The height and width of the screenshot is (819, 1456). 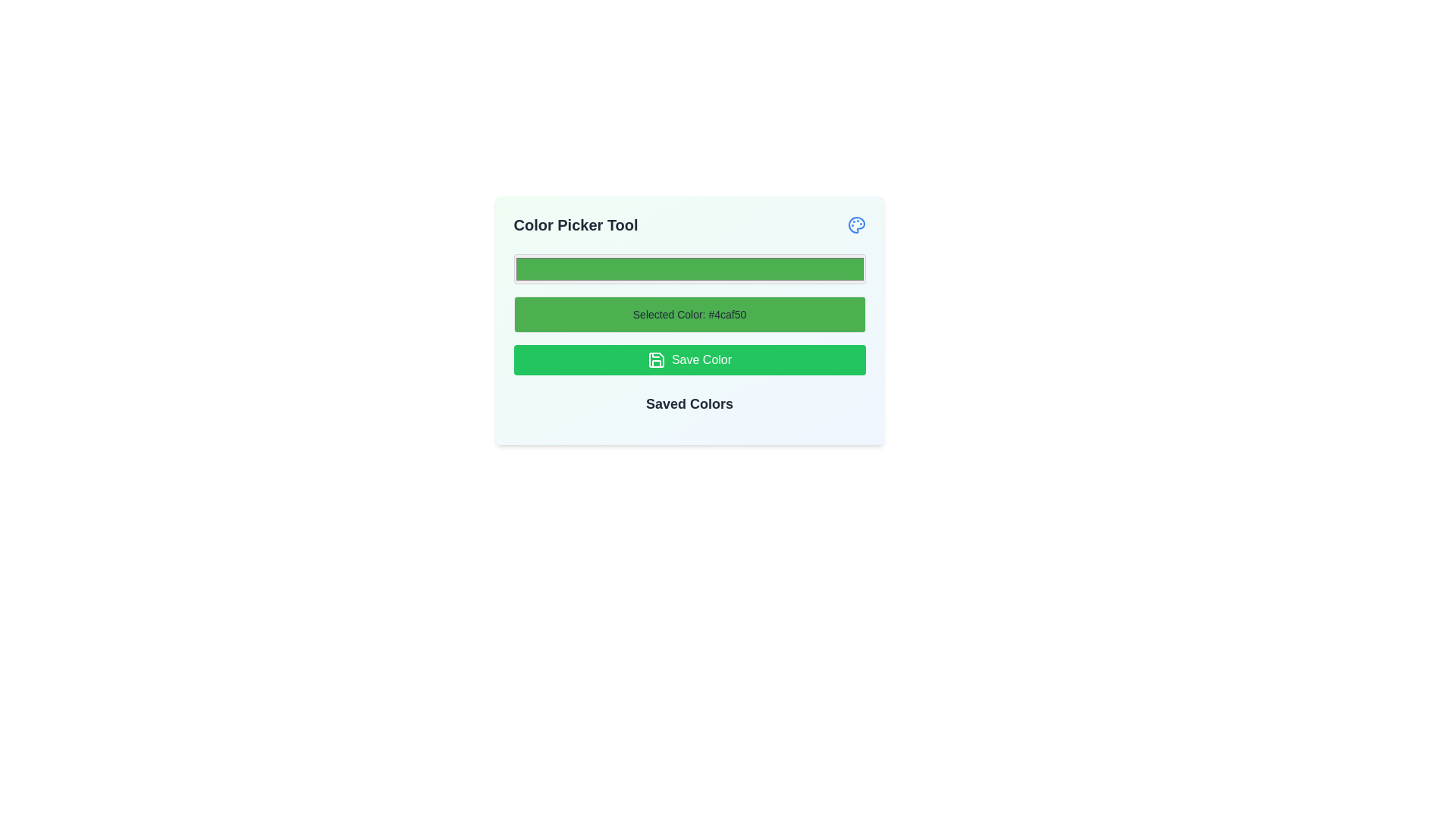 What do you see at coordinates (856, 225) in the screenshot?
I see `the color selection icon, which is a small palette-shaped icon with colorful dots, located in the top-right corner of the 'Color Picker Tool' panel` at bounding box center [856, 225].